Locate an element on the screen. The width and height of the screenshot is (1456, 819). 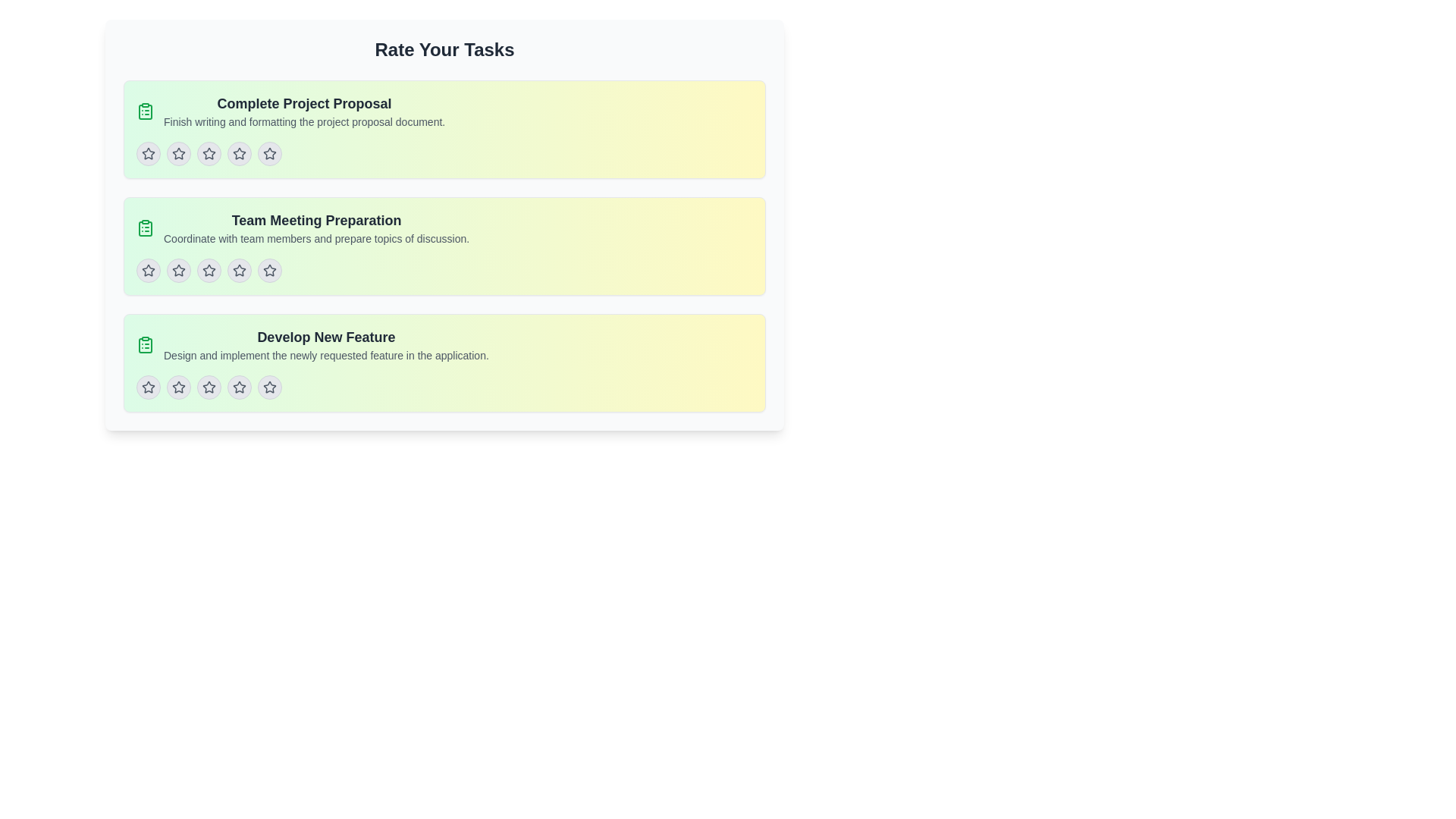
text on the informational card titled 'Develop New Feature', located in the third row of the 'Rate Your Tasks' section is located at coordinates (444, 345).